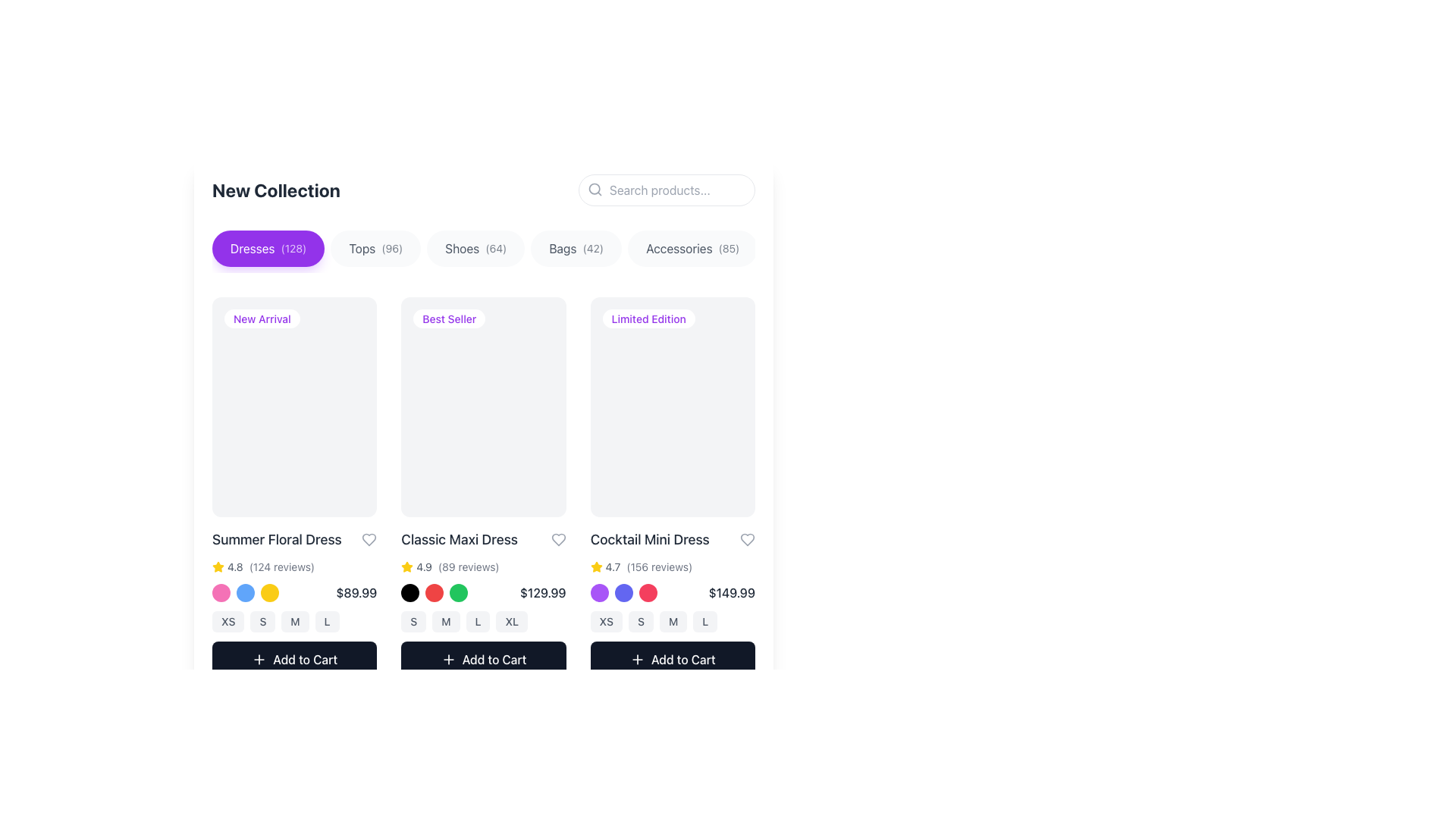  Describe the element at coordinates (447, 658) in the screenshot. I see `the additive action icon located at the bottom of the 'Classic Maxi Dress' card` at that location.